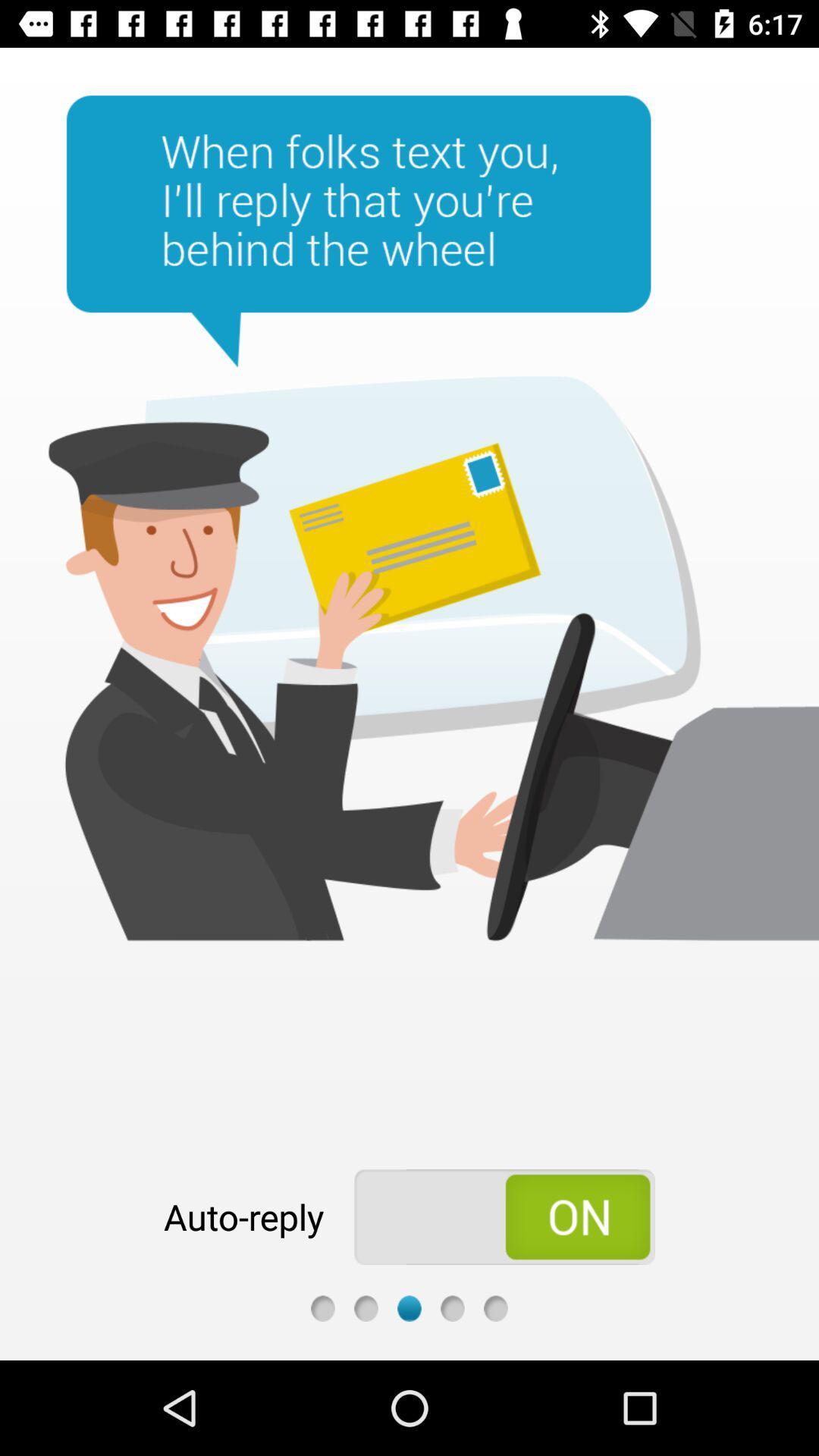 This screenshot has height=1456, width=819. What do you see at coordinates (322, 1307) in the screenshot?
I see `go back` at bounding box center [322, 1307].